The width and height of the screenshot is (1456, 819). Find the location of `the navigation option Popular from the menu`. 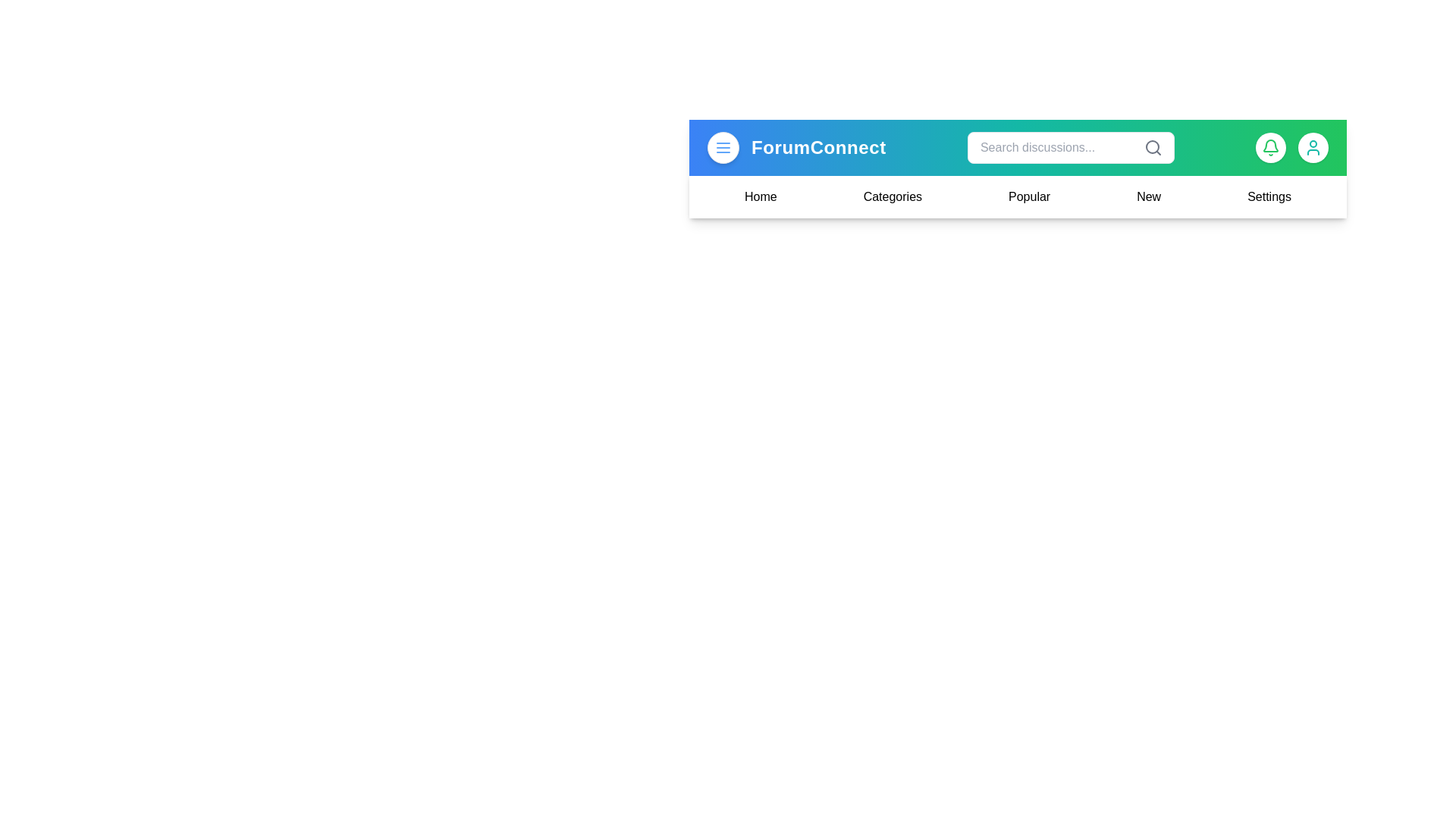

the navigation option Popular from the menu is located at coordinates (1029, 196).